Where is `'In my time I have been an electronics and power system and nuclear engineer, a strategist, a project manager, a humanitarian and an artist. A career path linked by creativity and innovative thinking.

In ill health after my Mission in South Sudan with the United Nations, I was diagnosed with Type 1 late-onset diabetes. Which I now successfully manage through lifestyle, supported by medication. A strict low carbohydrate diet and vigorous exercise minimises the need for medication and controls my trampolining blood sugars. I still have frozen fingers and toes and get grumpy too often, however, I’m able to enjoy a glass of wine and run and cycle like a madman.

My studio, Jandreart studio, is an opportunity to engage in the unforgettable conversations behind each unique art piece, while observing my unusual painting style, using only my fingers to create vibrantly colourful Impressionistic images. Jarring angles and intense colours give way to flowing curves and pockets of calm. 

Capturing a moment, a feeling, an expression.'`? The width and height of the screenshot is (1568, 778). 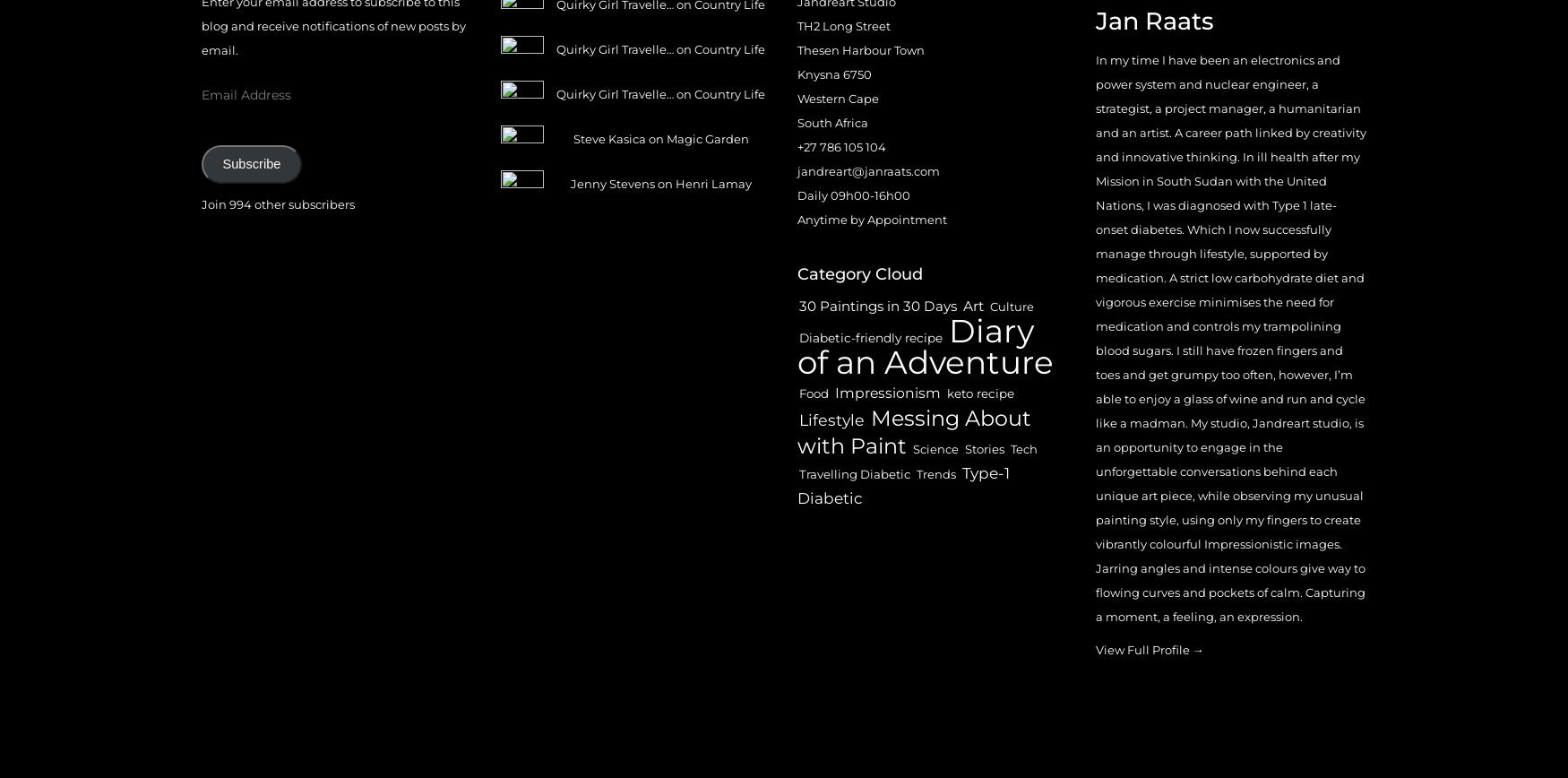
'In my time I have been an electronics and power system and nuclear engineer, a strategist, a project manager, a humanitarian and an artist. A career path linked by creativity and innovative thinking.

In ill health after my Mission in South Sudan with the United Nations, I was diagnosed with Type 1 late-onset diabetes. Which I now successfully manage through lifestyle, supported by medication. A strict low carbohydrate diet and vigorous exercise minimises the need for medication and controls my trampolining blood sugars. I still have frozen fingers and toes and get grumpy too often, however, I’m able to enjoy a glass of wine and run and cycle like a madman.

My studio, Jandreart studio, is an opportunity to engage in the unforgettable conversations behind each unique art piece, while observing my unusual painting style, using only my fingers to create vibrantly colourful Impressionistic images. Jarring angles and intense colours give way to flowing curves and pockets of calm. 

Capturing a moment, a feeling, an expression.' is located at coordinates (1230, 337).